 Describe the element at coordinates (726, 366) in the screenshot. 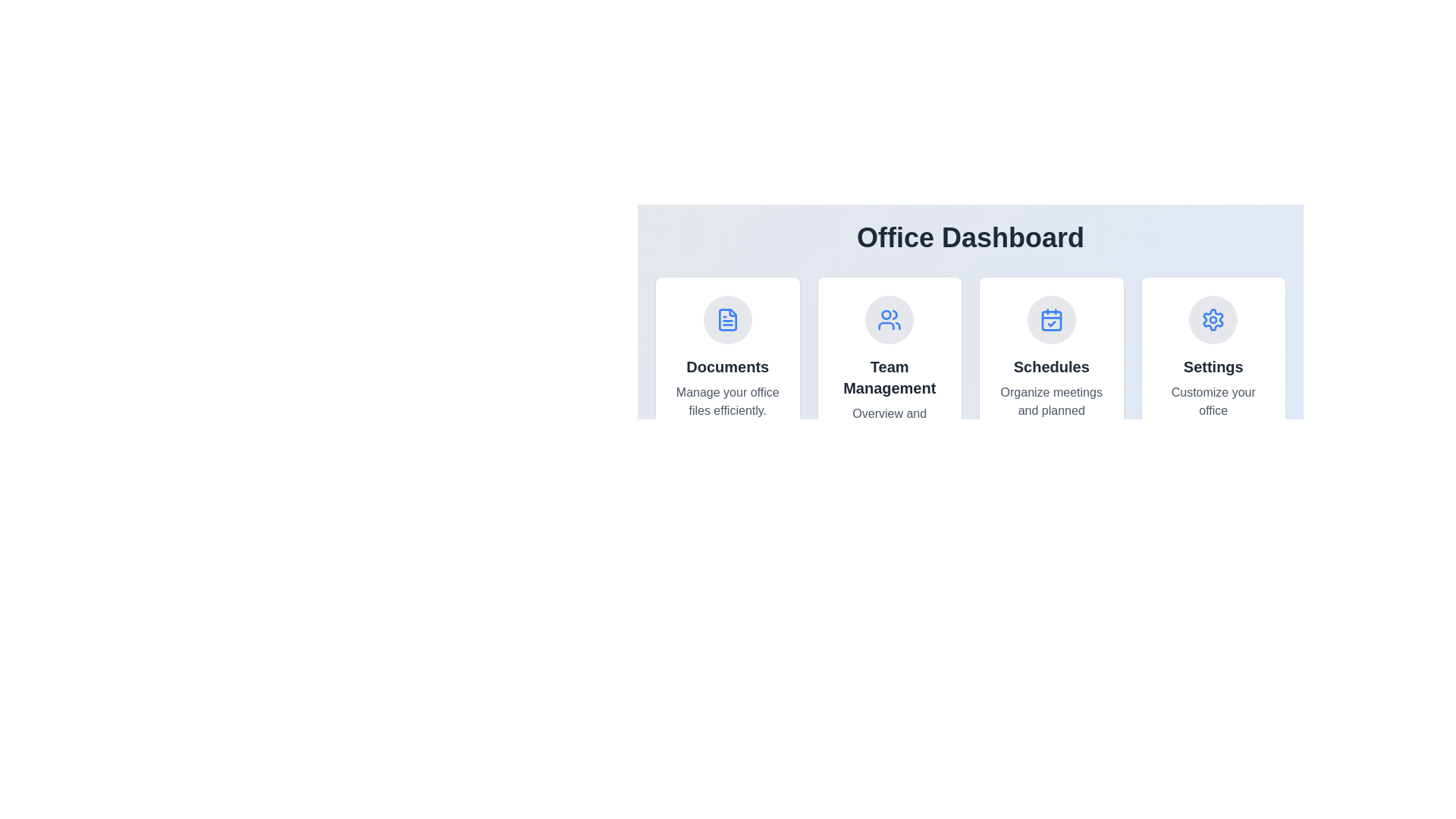

I see `the static textual label that describes the content or purpose of its card related to 'Documents' located in the first card under the 'Office Dashboard' heading` at that location.